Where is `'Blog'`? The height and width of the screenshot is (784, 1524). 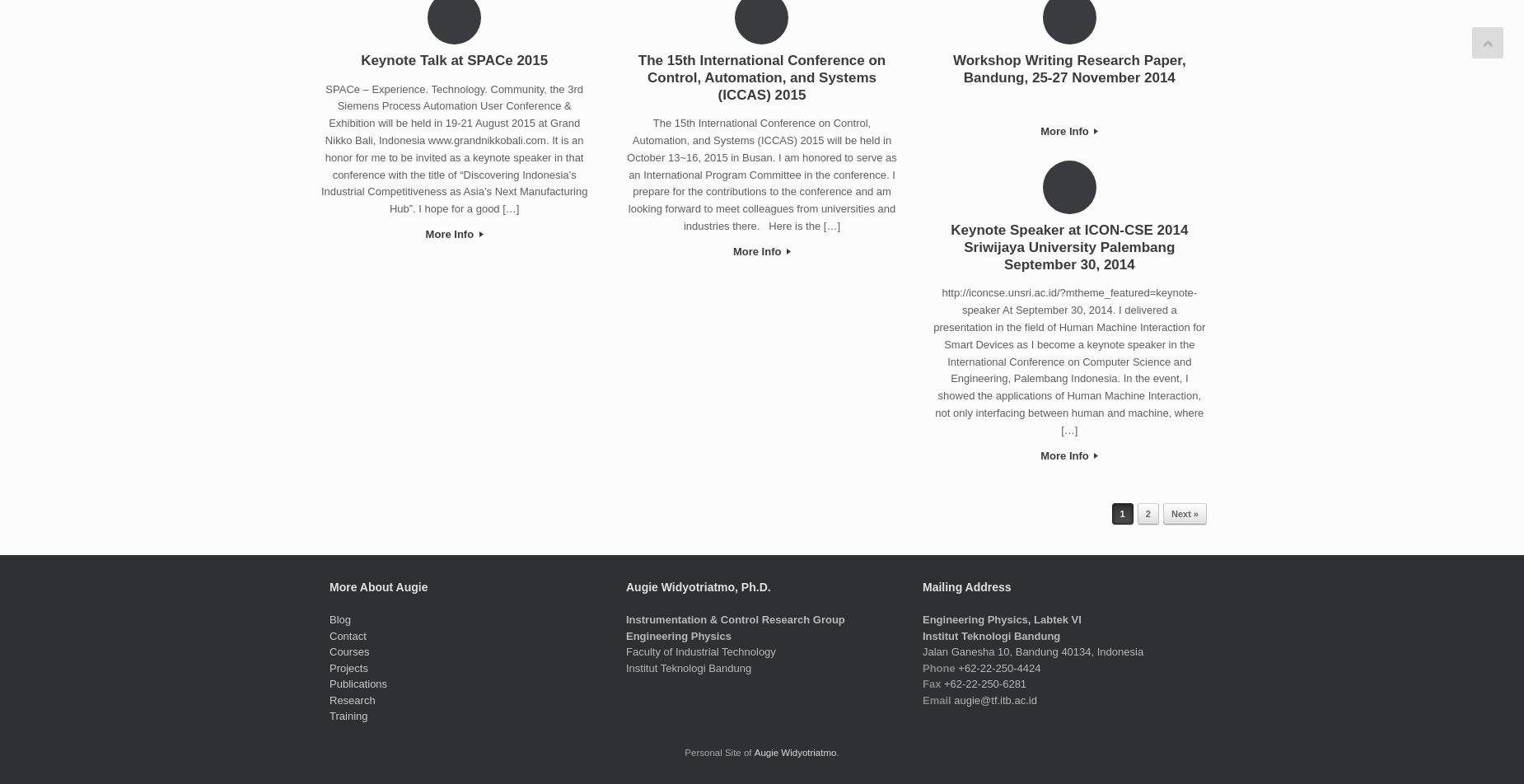 'Blog' is located at coordinates (339, 619).